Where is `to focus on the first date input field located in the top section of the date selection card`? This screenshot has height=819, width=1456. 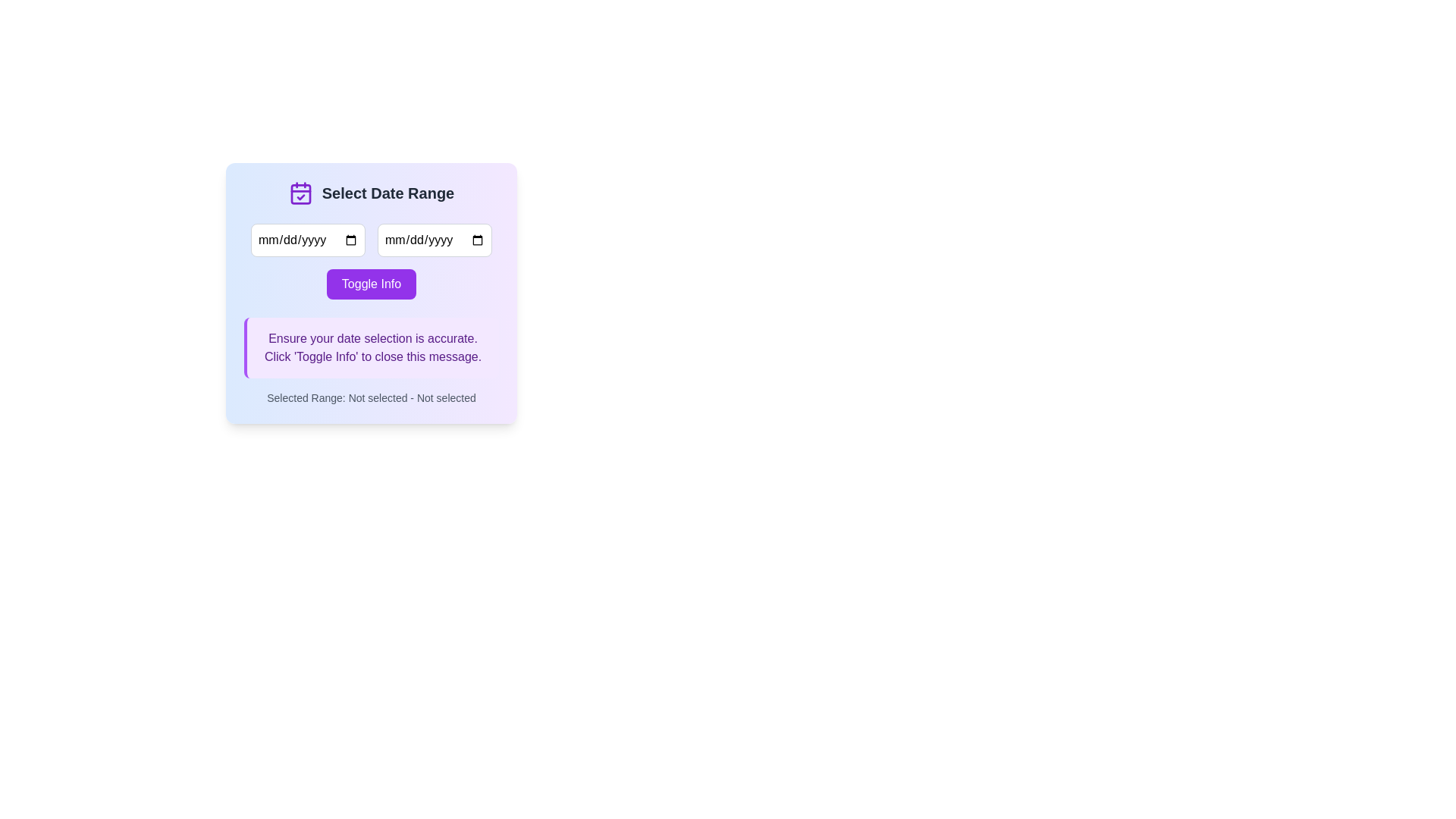 to focus on the first date input field located in the top section of the date selection card is located at coordinates (307, 239).